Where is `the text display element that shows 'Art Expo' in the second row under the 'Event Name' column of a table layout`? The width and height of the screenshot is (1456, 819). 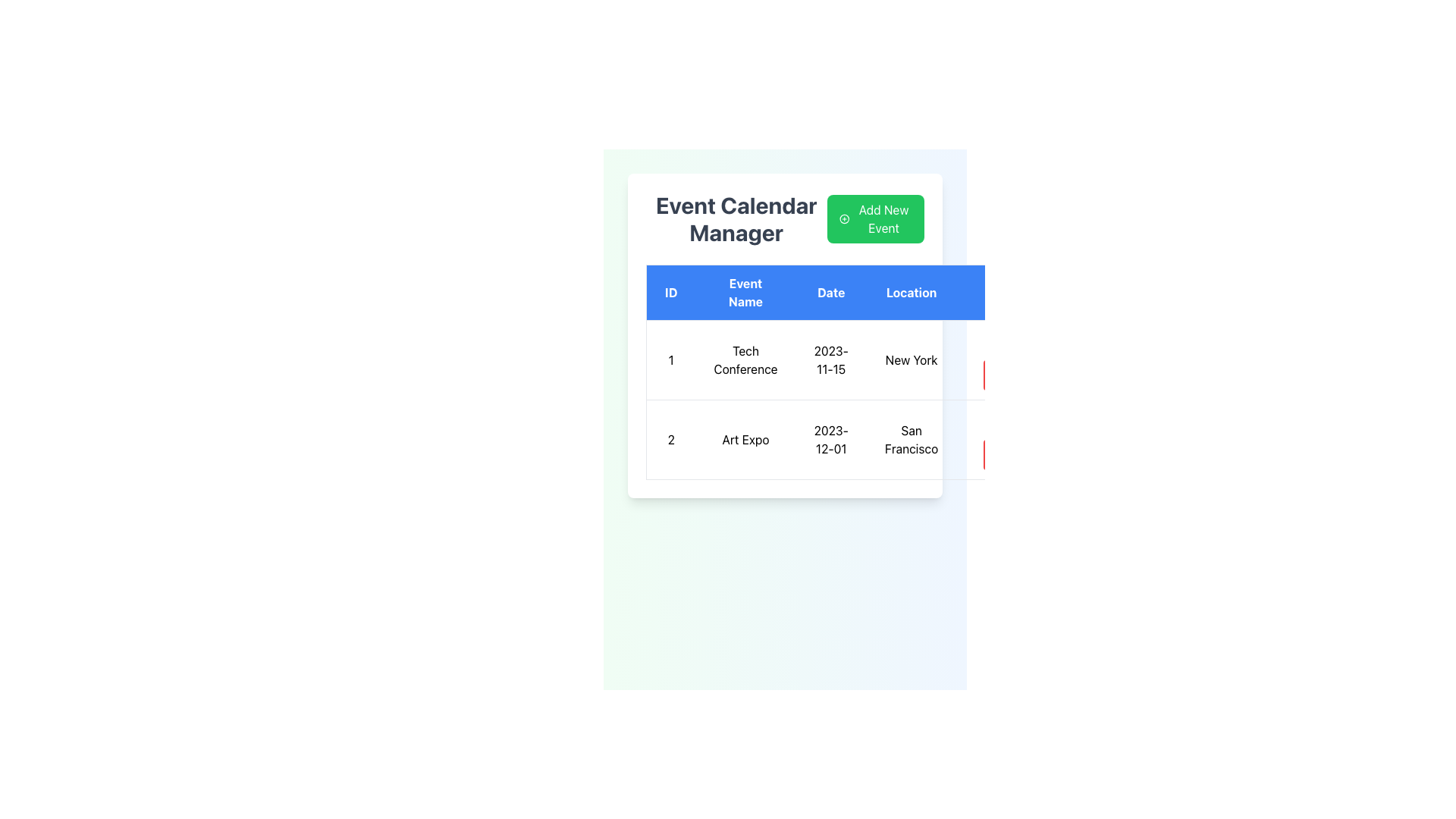
the text display element that shows 'Art Expo' in the second row under the 'Event Name' column of a table layout is located at coordinates (745, 439).